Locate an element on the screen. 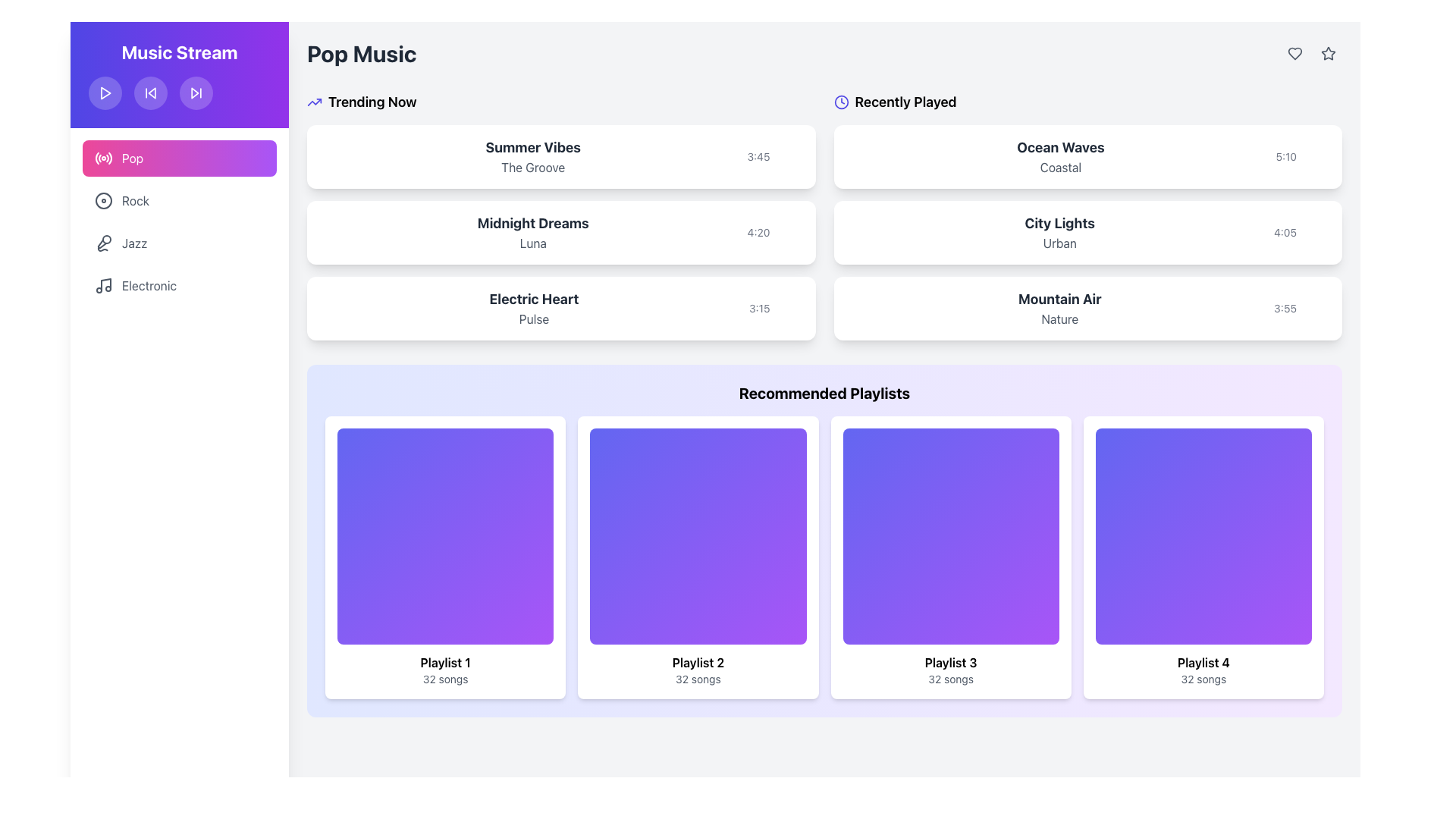 The width and height of the screenshot is (1456, 819). the button with a gradient background labeled 'Pop' that is located at the top of the vertical list in the left sidebar is located at coordinates (179, 158).